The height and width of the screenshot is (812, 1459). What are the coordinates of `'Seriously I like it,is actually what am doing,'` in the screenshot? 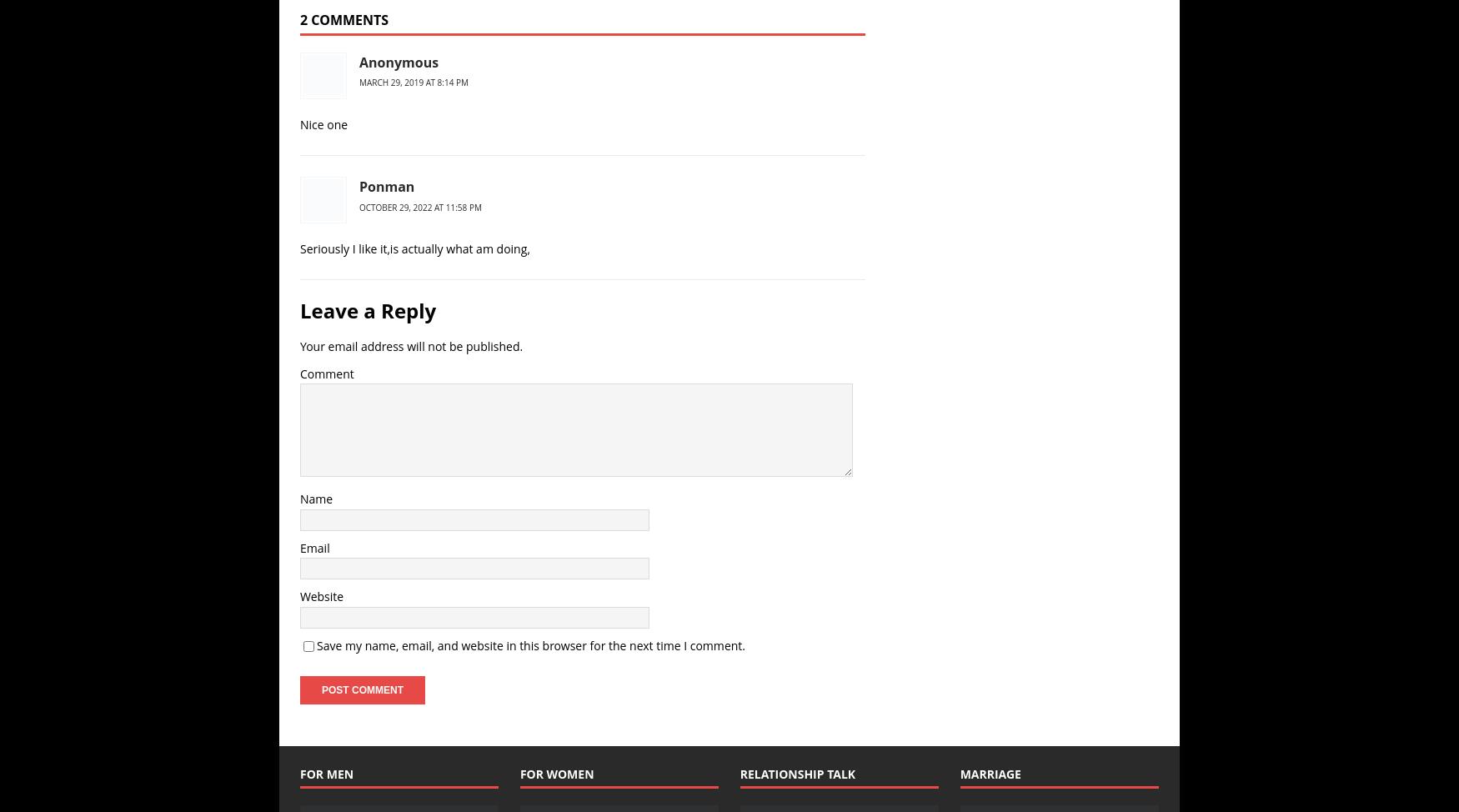 It's located at (414, 248).